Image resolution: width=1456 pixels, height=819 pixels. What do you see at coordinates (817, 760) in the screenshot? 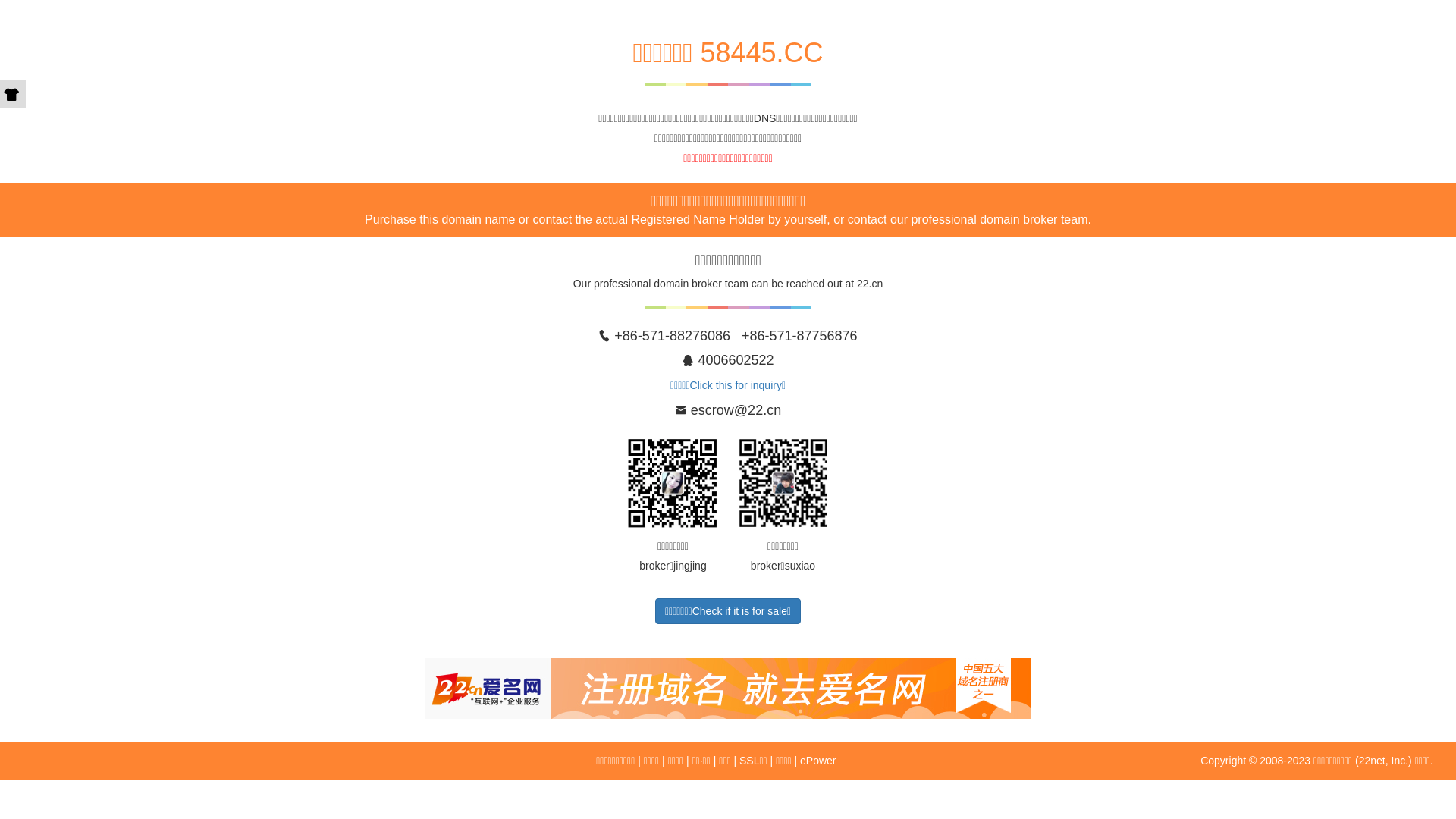
I see `'ePower'` at bounding box center [817, 760].